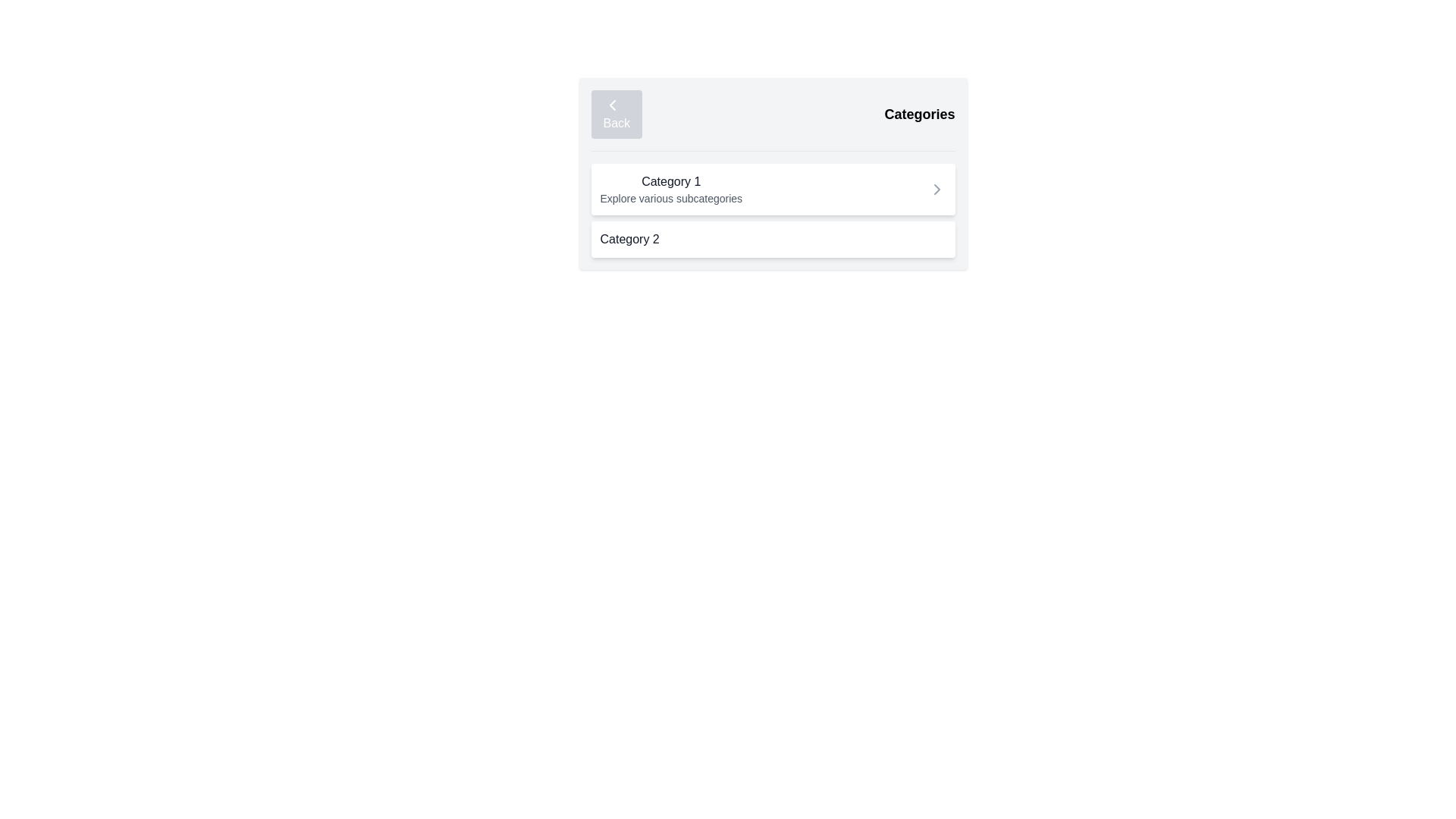 The width and height of the screenshot is (1456, 819). Describe the element at coordinates (773, 239) in the screenshot. I see `the 'Category 2' button, which is the second selectable category in a vertical list` at that location.